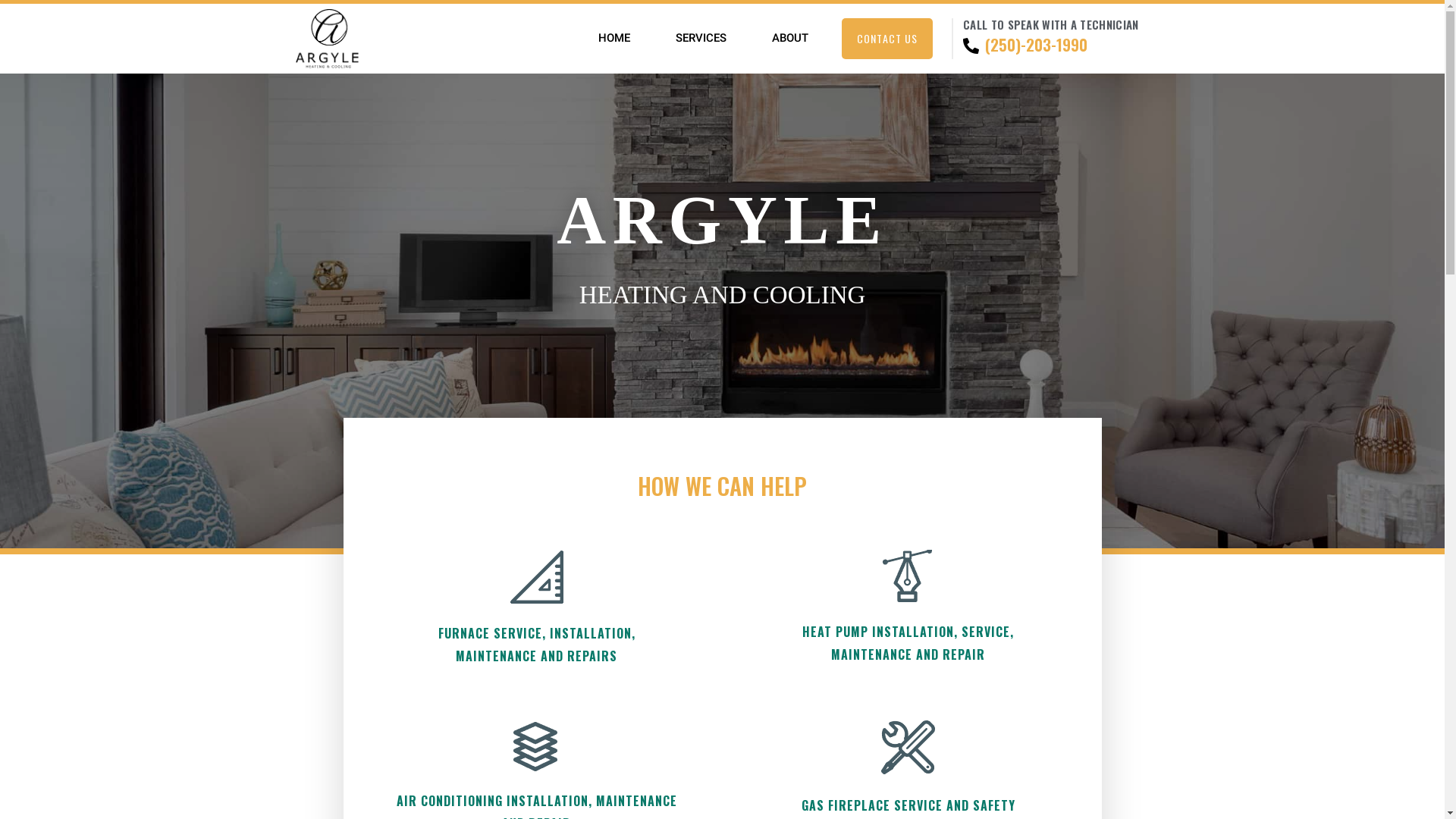 The width and height of the screenshot is (1456, 819). What do you see at coordinates (840, 37) in the screenshot?
I see `'CONTACT US'` at bounding box center [840, 37].